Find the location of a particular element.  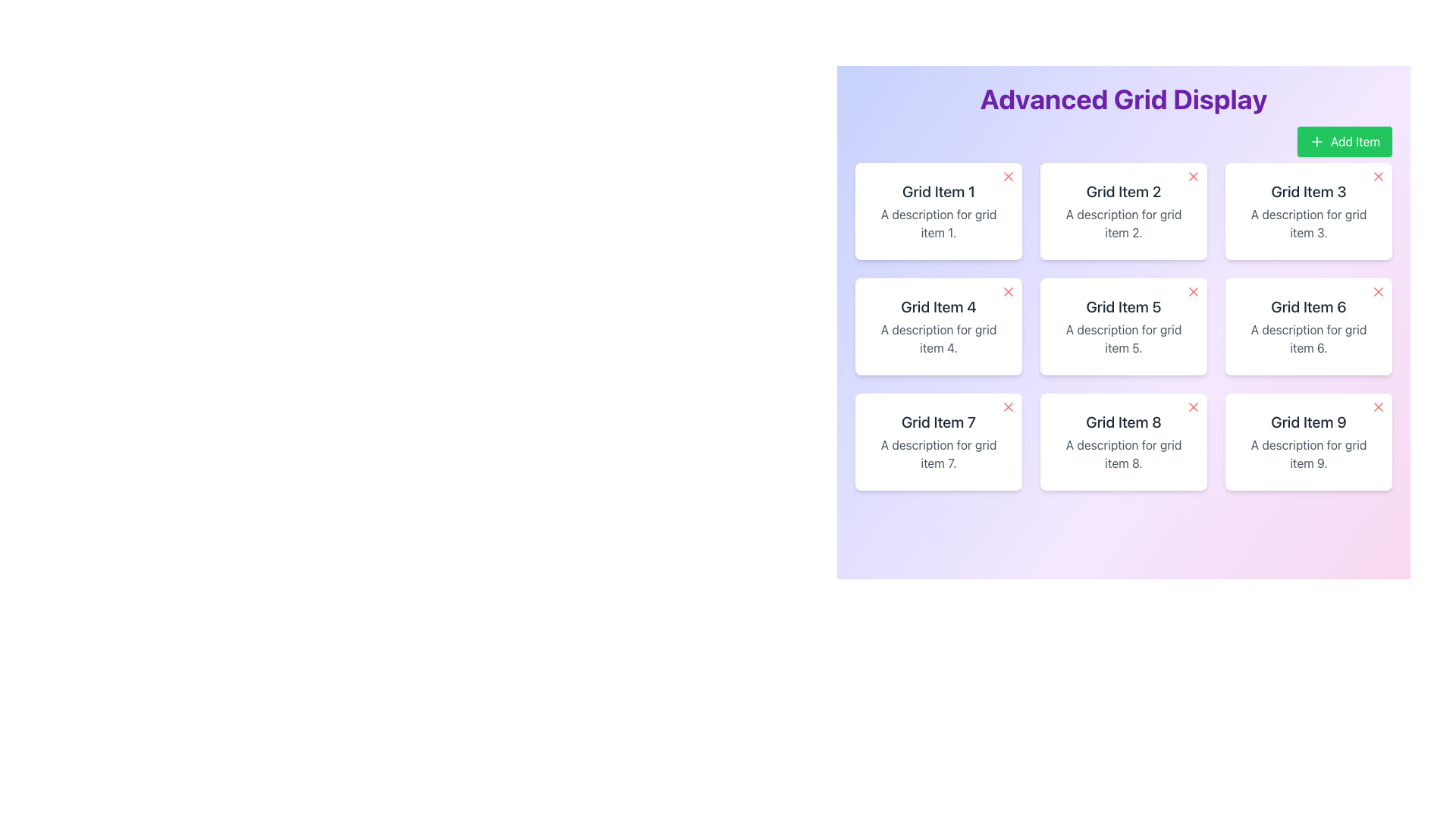

the close icon at the top-right corner of 'Grid Item 3' is located at coordinates (1379, 175).